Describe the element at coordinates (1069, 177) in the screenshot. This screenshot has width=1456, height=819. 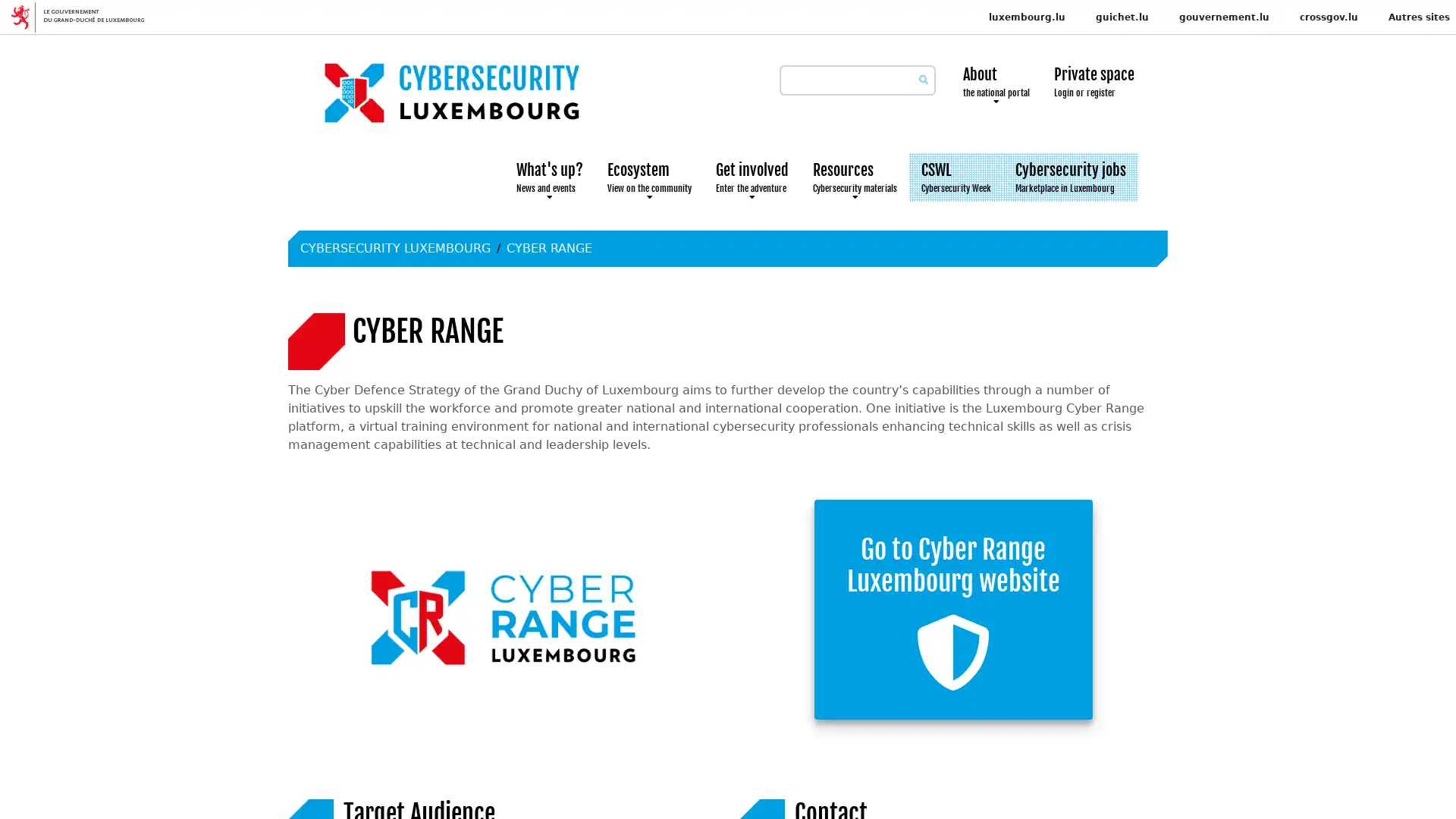
I see `Cybersecurity jobs Marketplace in Luxembourg` at that location.